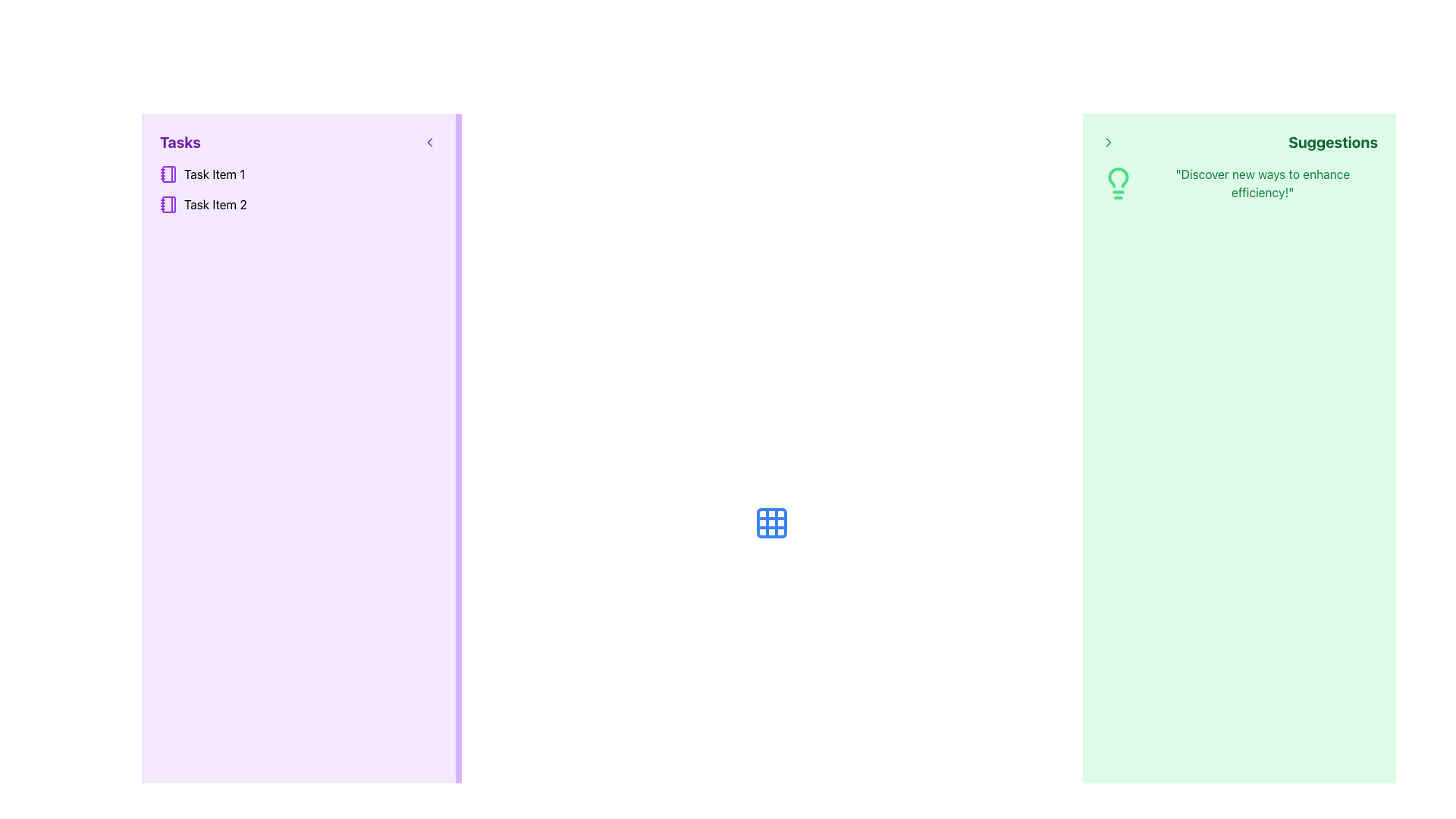  I want to click on the first task item in the 'Tasks' list, so click(298, 174).